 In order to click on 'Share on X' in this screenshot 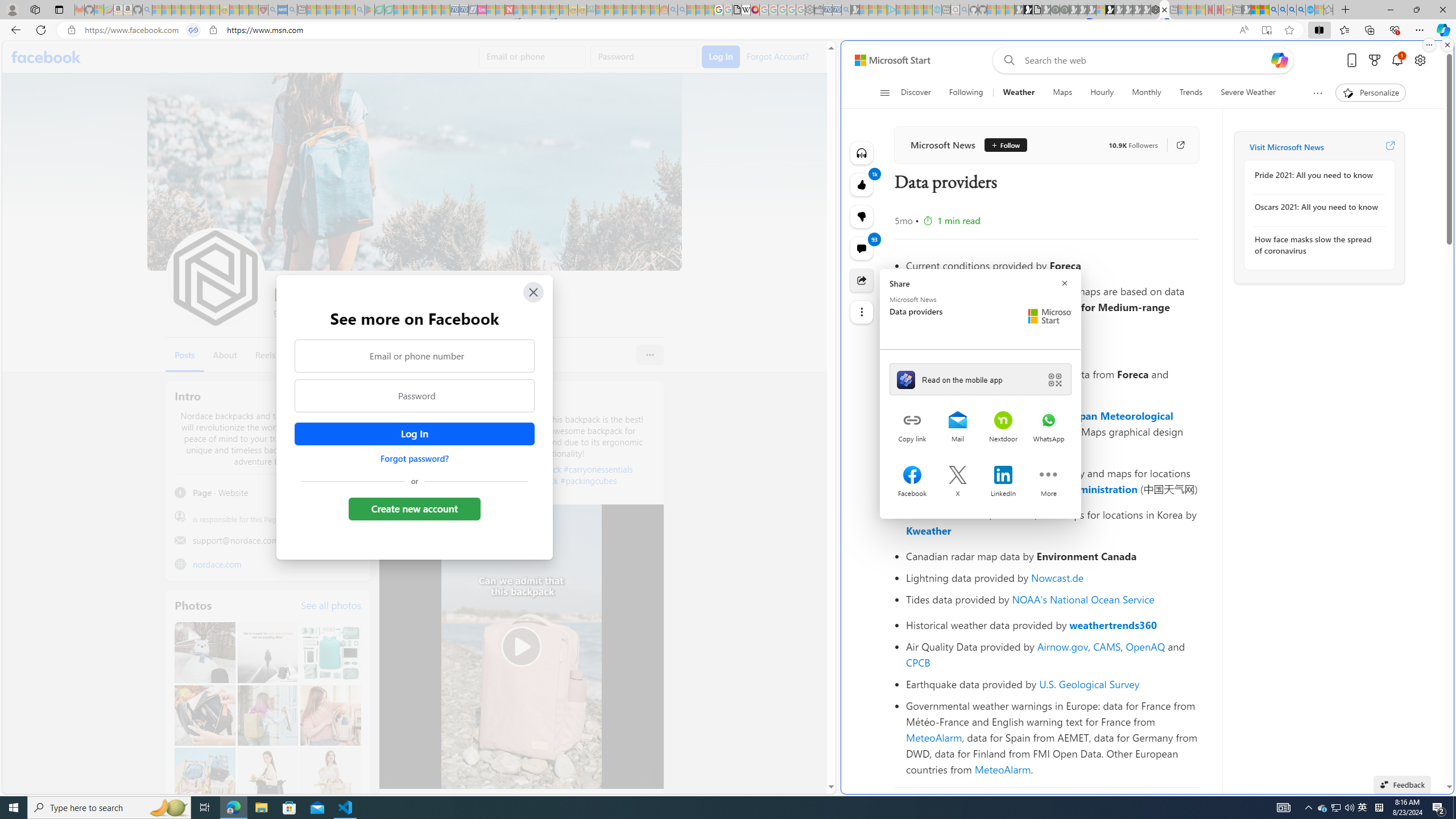, I will do `click(957, 475)`.